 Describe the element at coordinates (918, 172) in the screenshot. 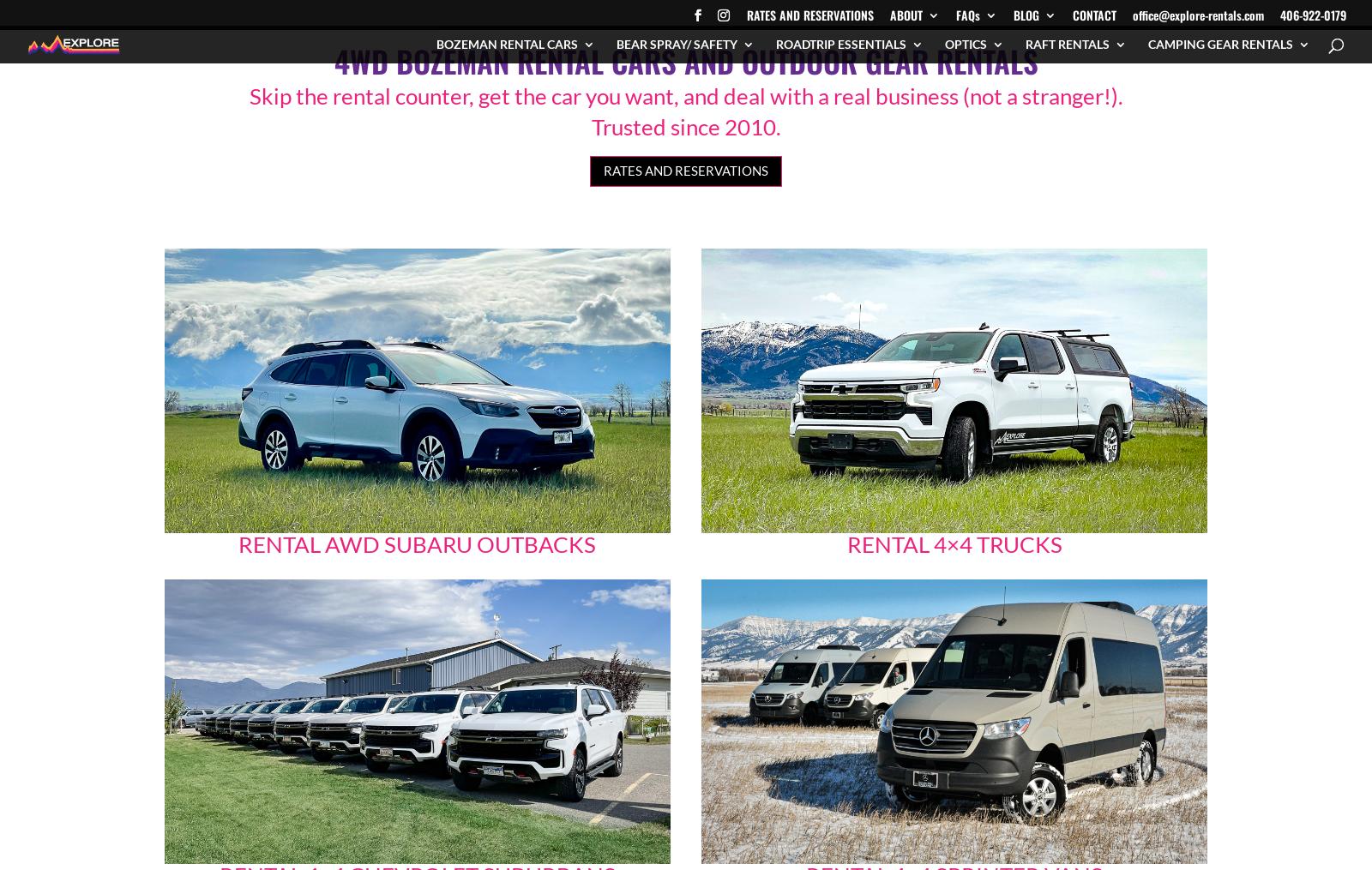

I see `'Reasons to rent from Explore'` at that location.